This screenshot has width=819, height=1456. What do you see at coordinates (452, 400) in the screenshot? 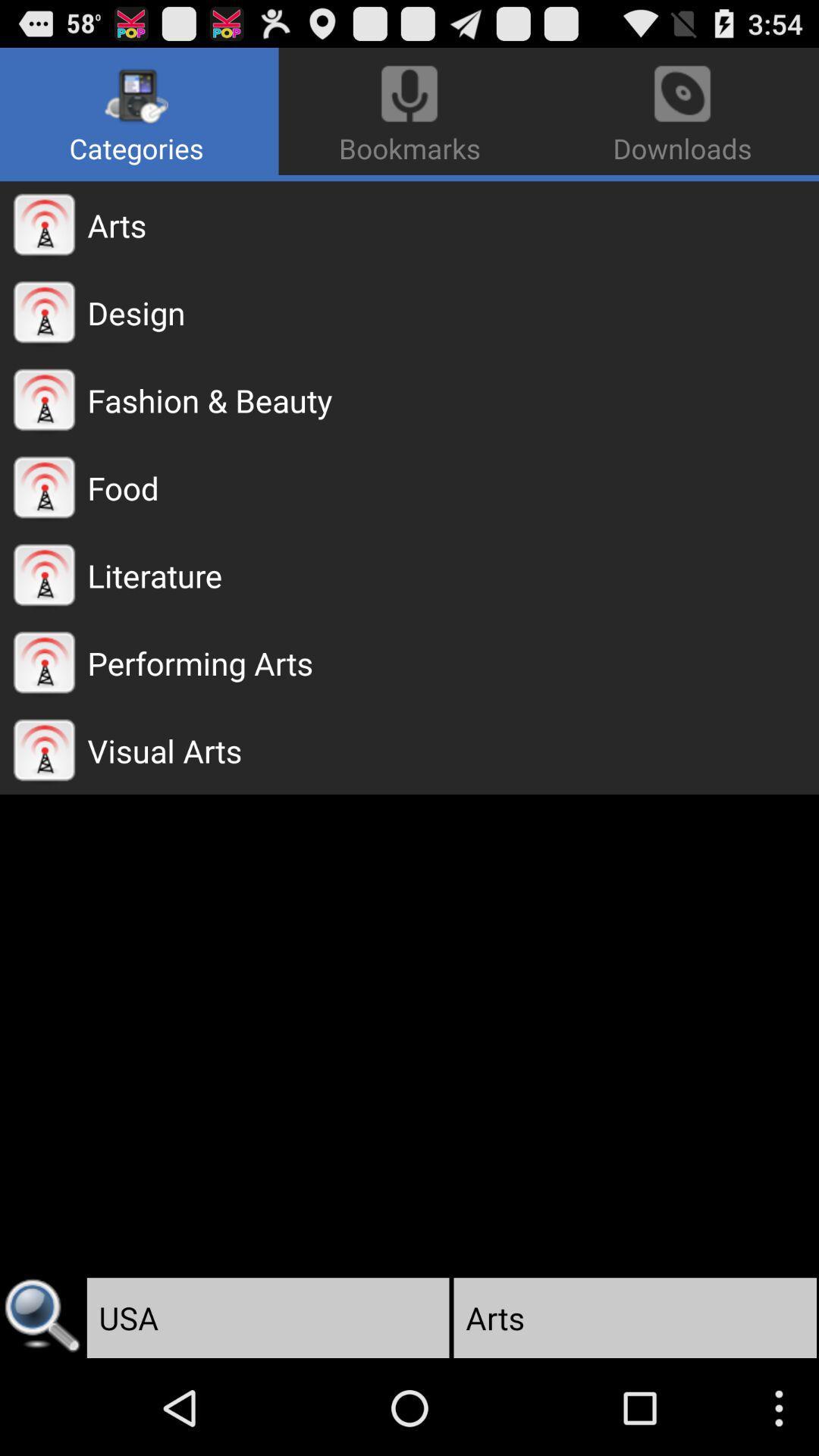
I see `fashion & beauty app` at bounding box center [452, 400].